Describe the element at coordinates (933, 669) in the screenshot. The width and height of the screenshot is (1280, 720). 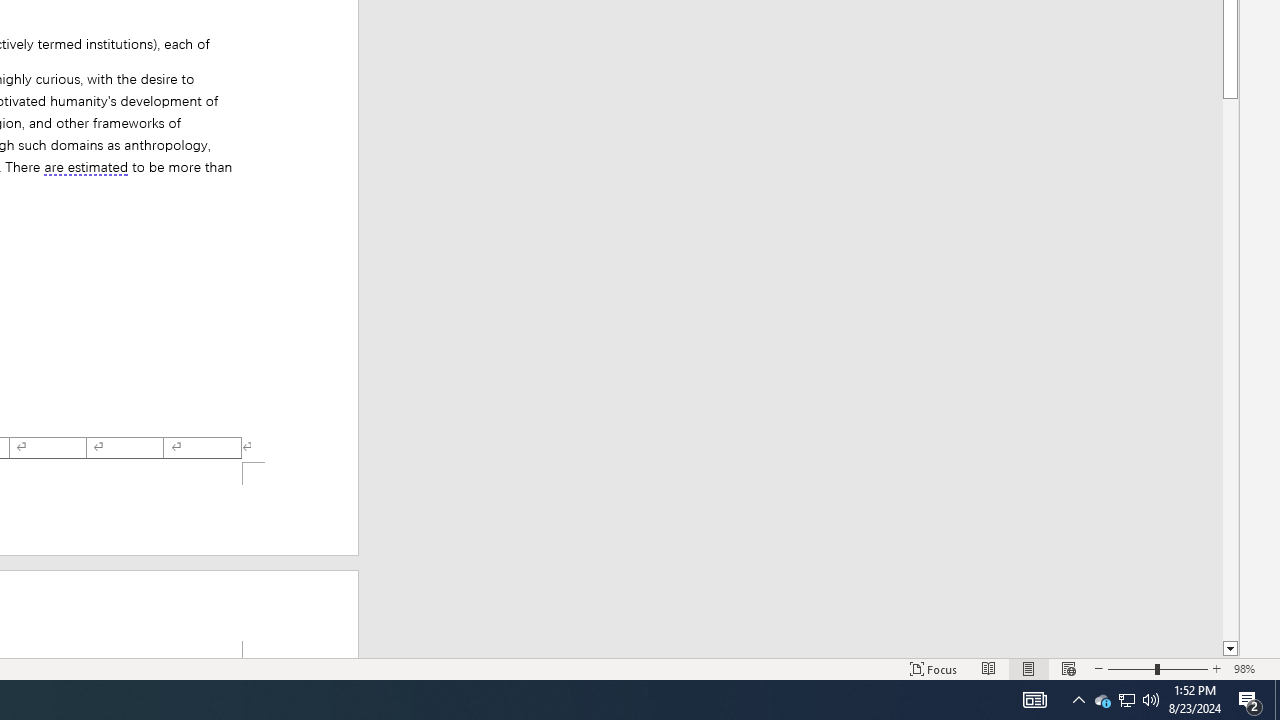
I see `'Focus '` at that location.